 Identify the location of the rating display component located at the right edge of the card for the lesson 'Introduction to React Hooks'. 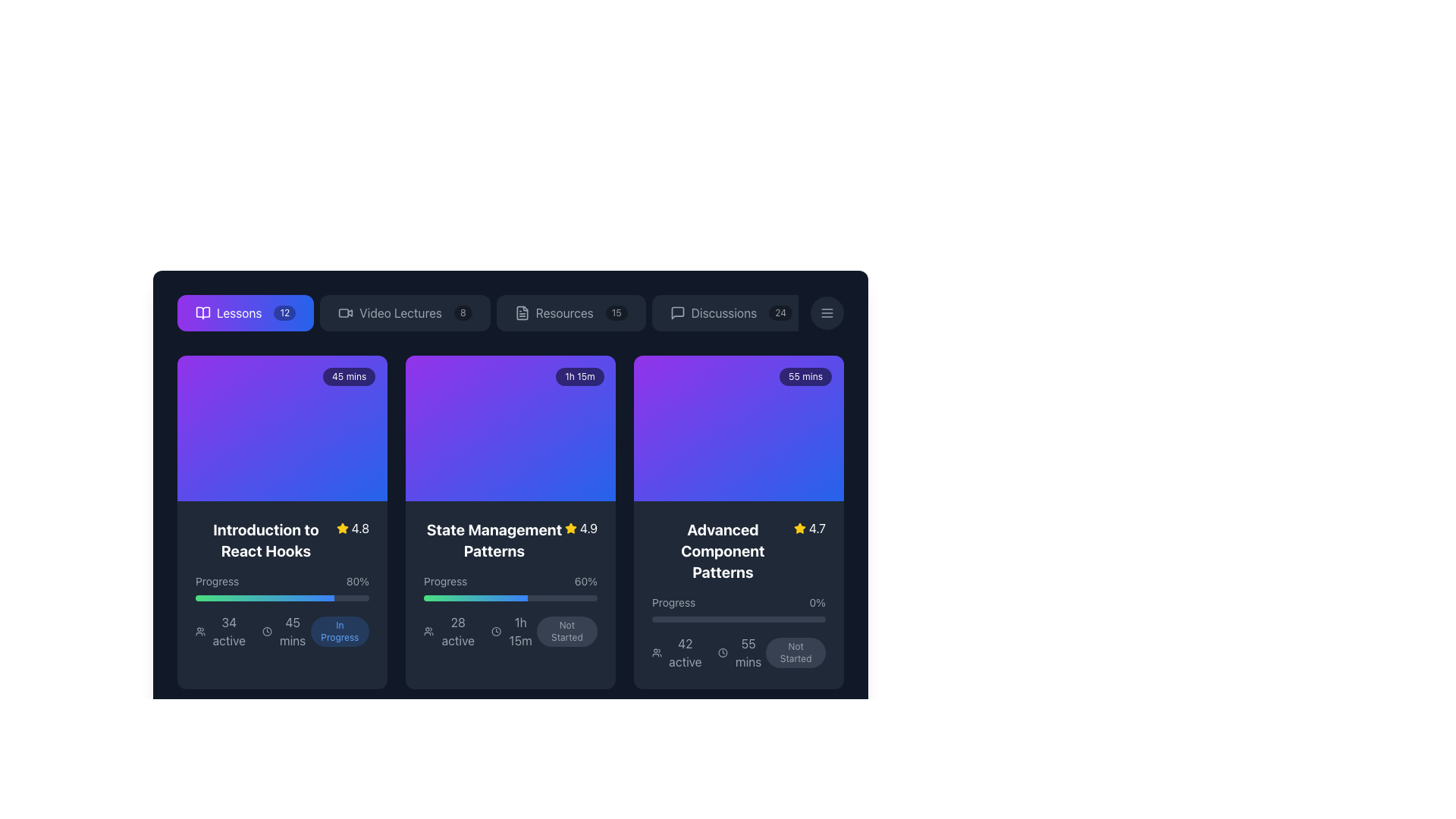
(352, 528).